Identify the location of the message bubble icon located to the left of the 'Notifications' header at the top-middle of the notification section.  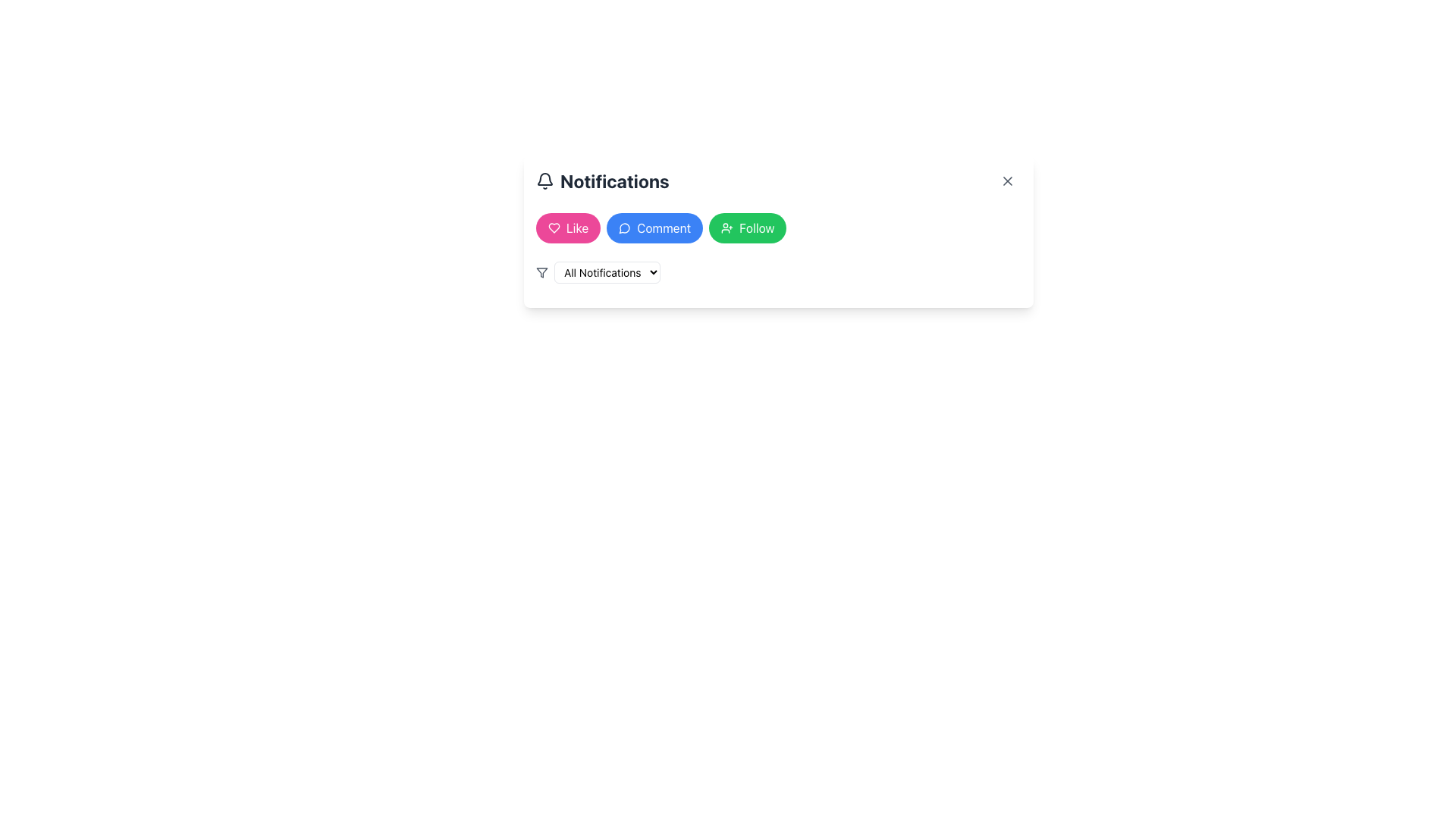
(624, 228).